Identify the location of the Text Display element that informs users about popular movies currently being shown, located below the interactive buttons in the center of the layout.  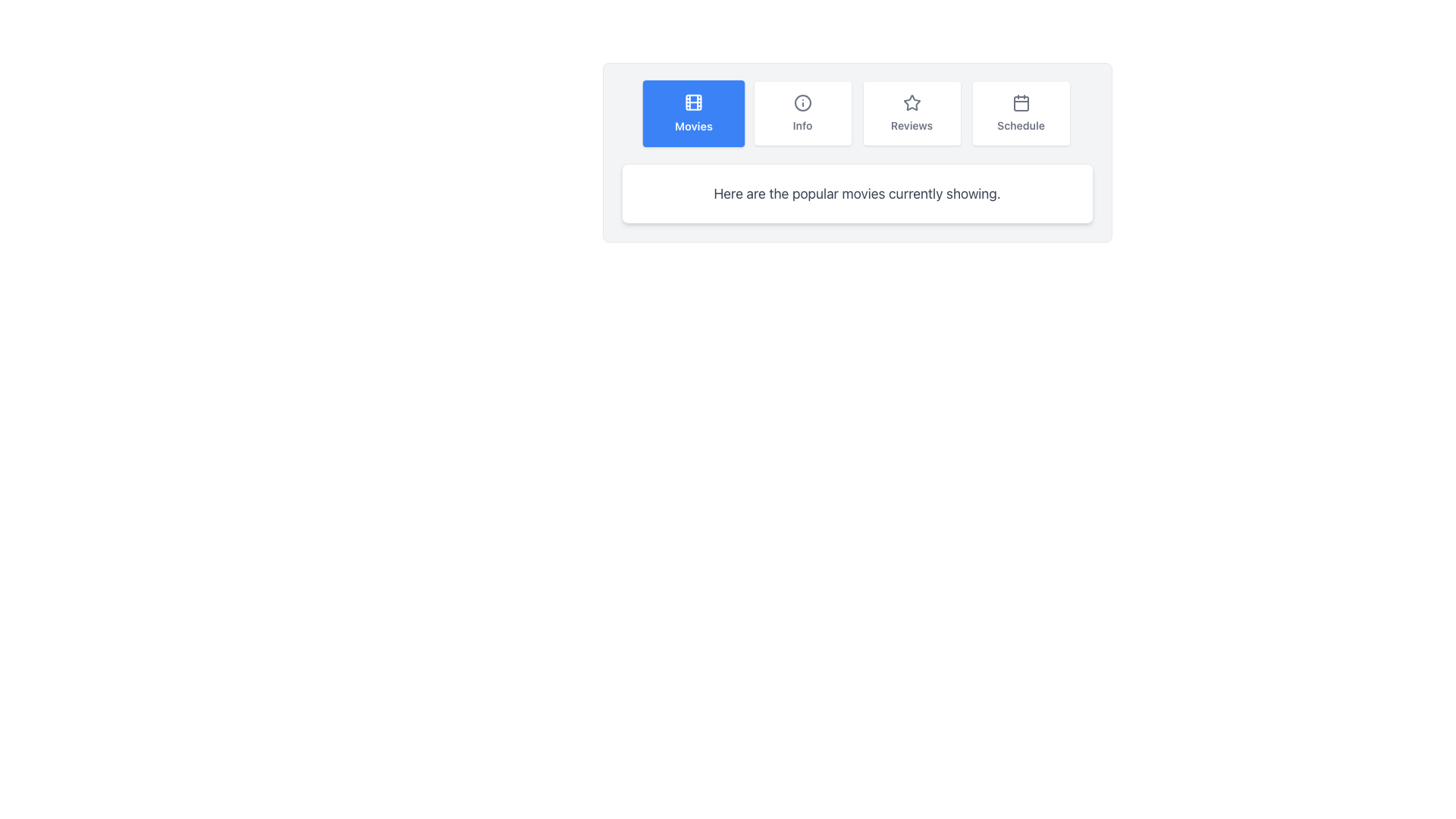
(857, 193).